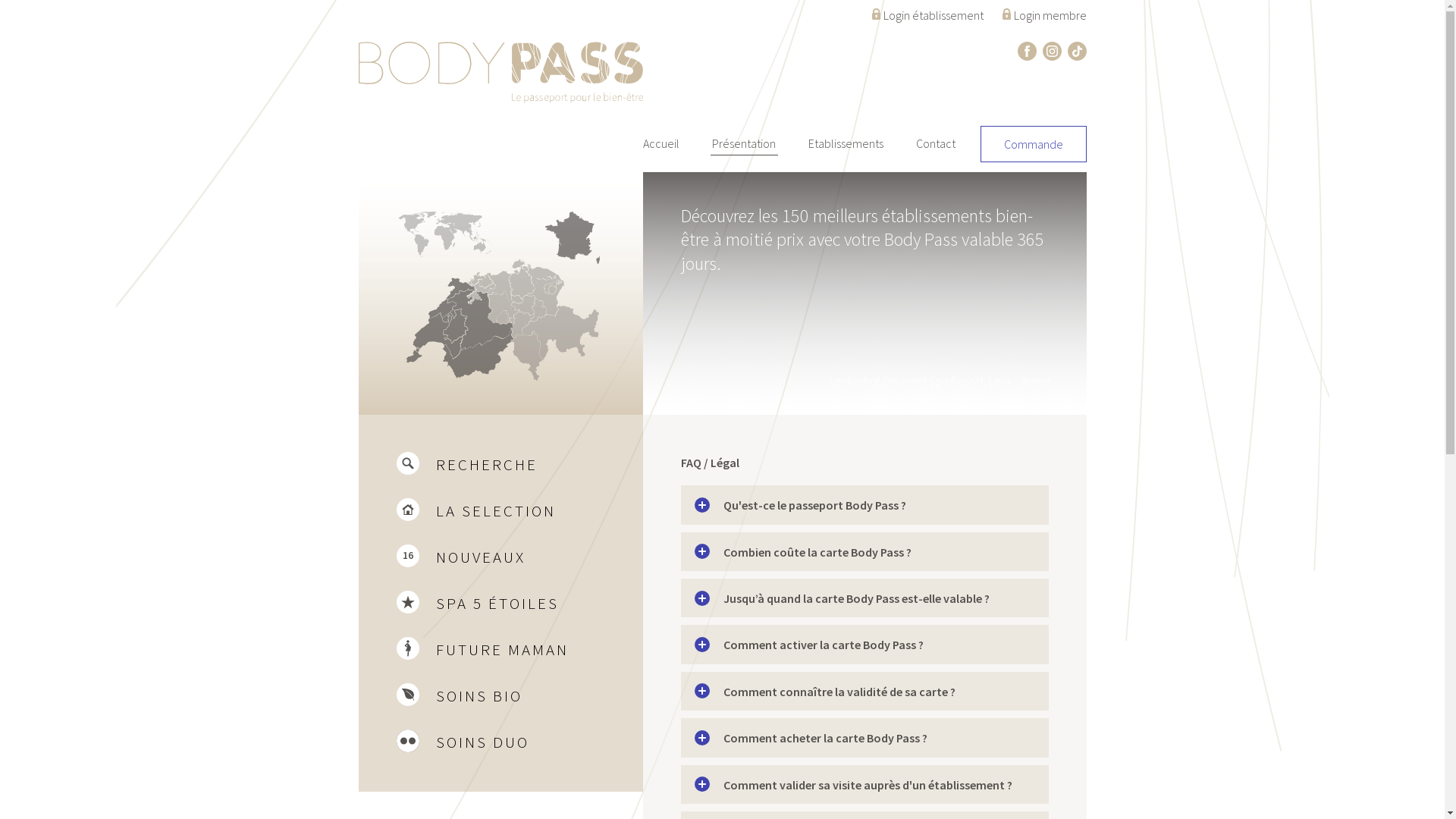 The height and width of the screenshot is (819, 1456). Describe the element at coordinates (845, 143) in the screenshot. I see `'Etablissements'` at that location.